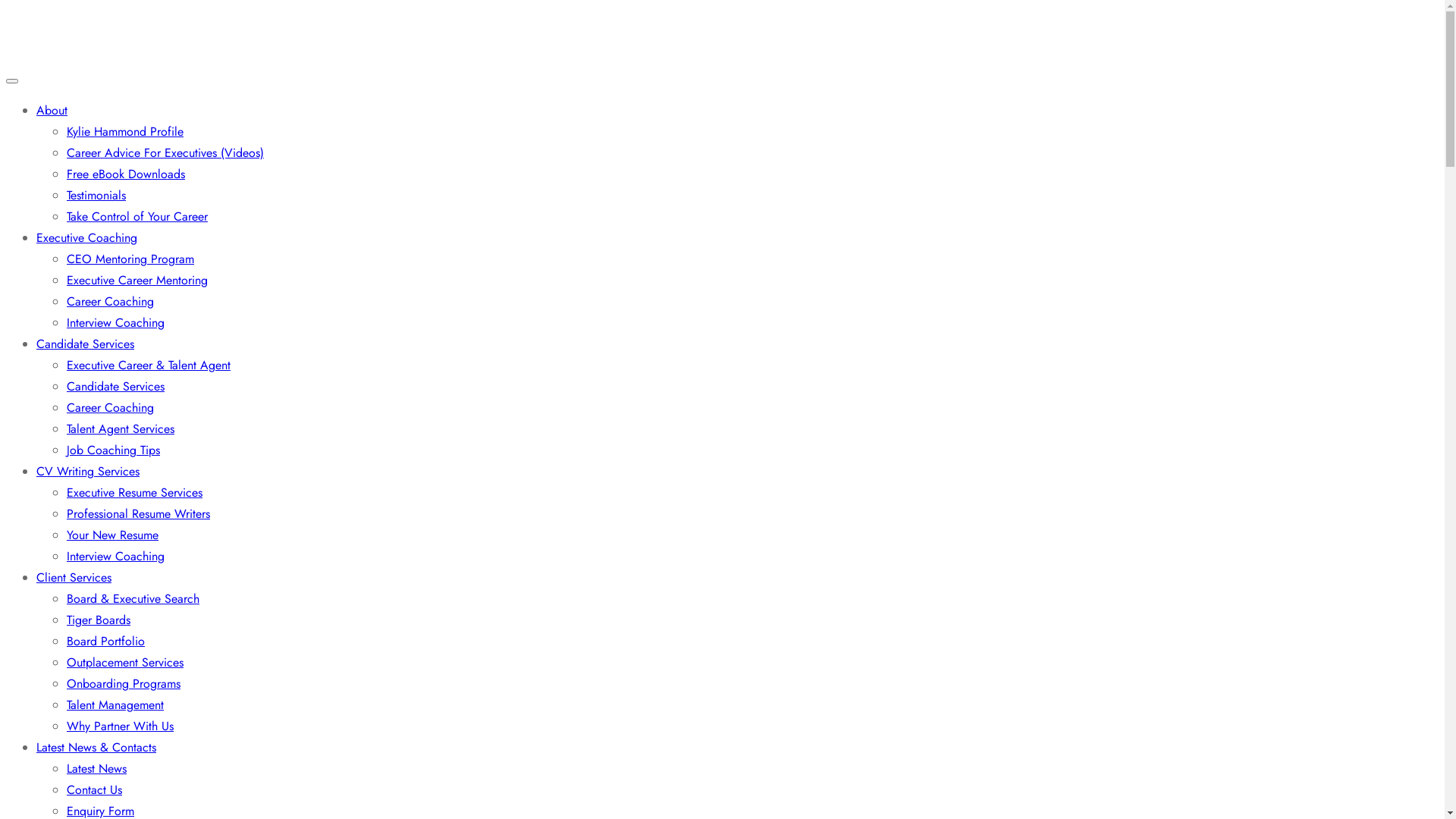 This screenshot has width=1456, height=819. Describe the element at coordinates (137, 216) in the screenshot. I see `'Take Control of Your Career'` at that location.